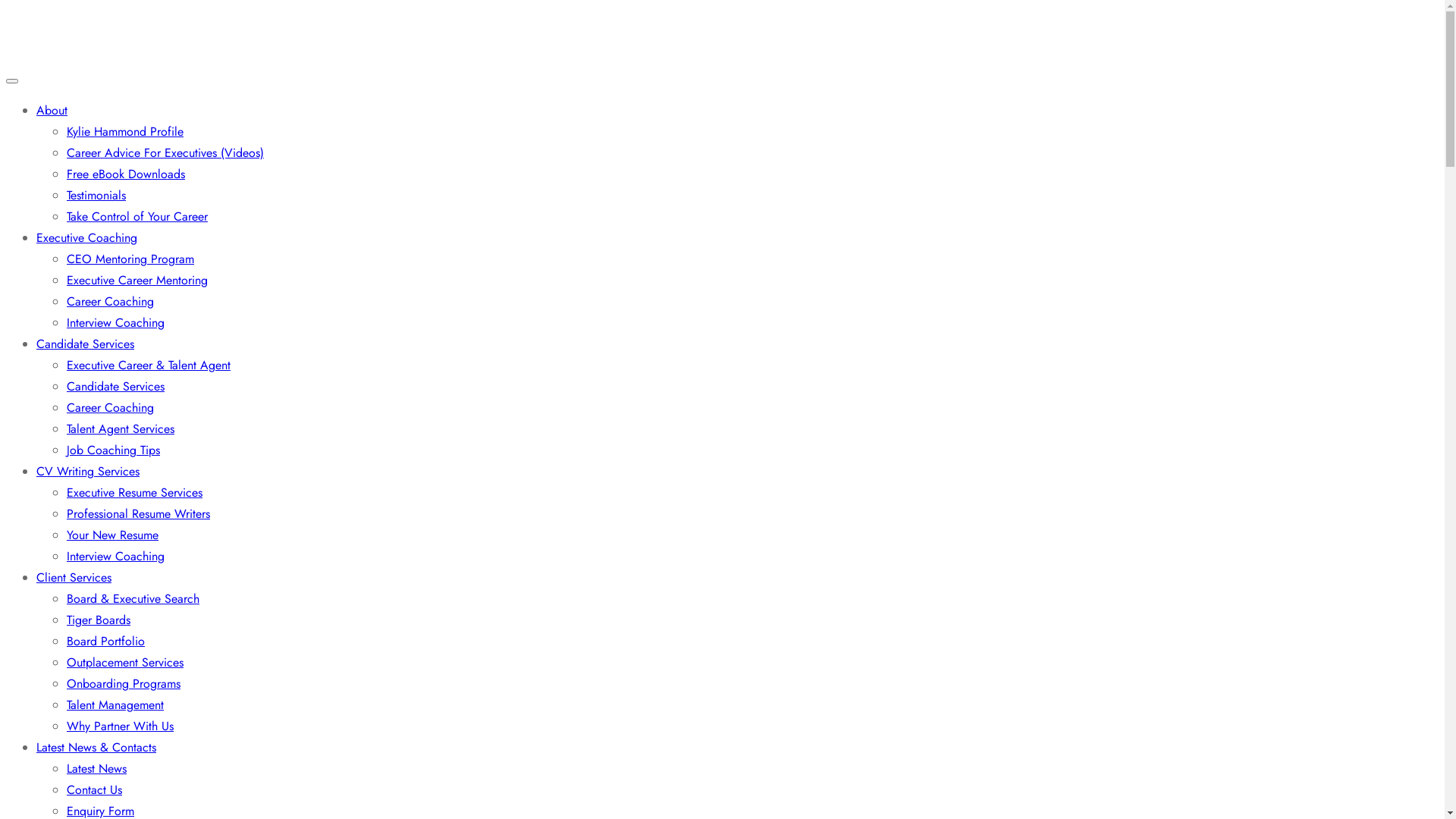 This screenshot has width=1456, height=819. Describe the element at coordinates (137, 216) in the screenshot. I see `'Take Control of Your Career'` at that location.